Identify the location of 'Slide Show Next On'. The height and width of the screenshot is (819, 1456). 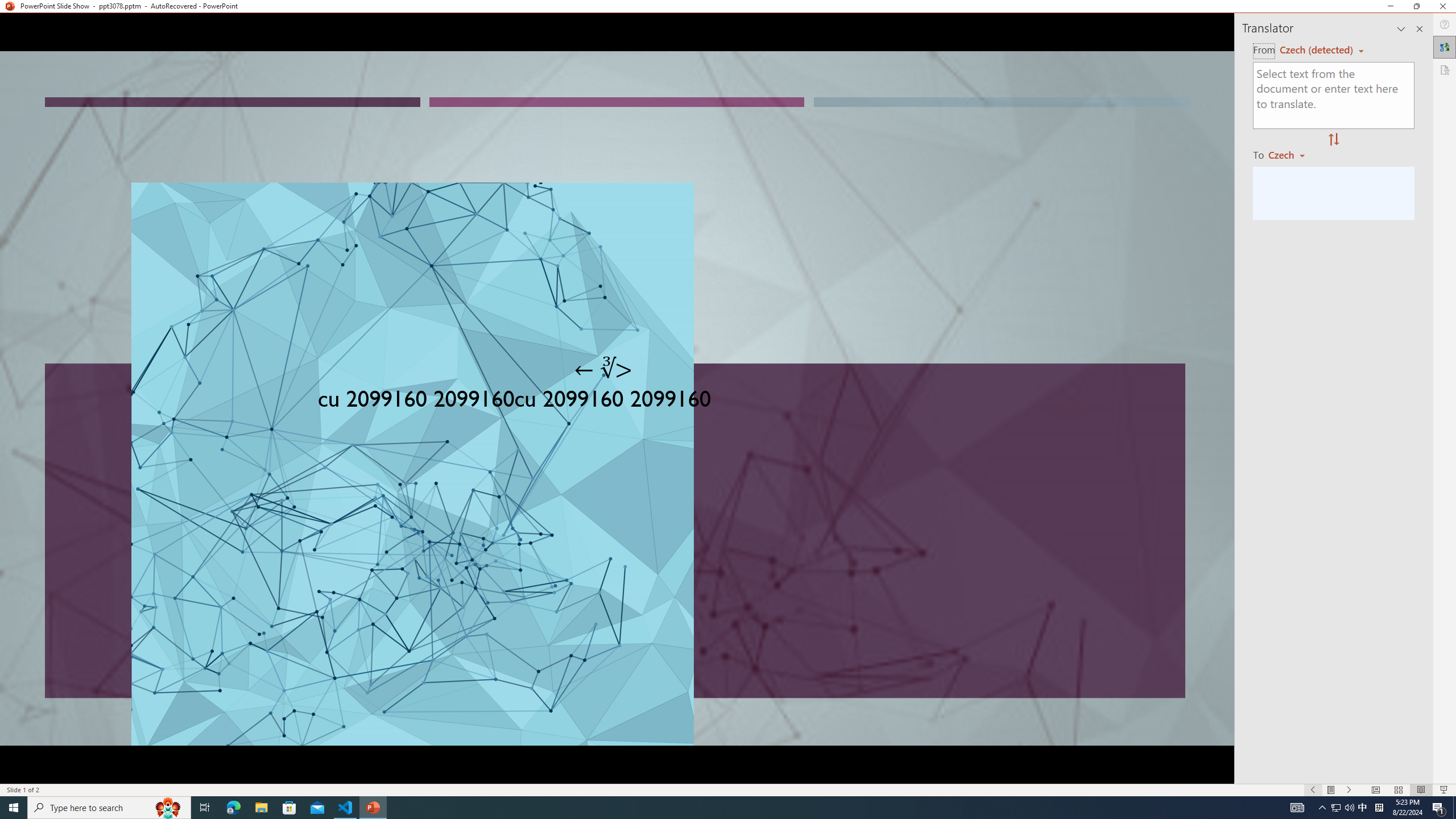
(1349, 790).